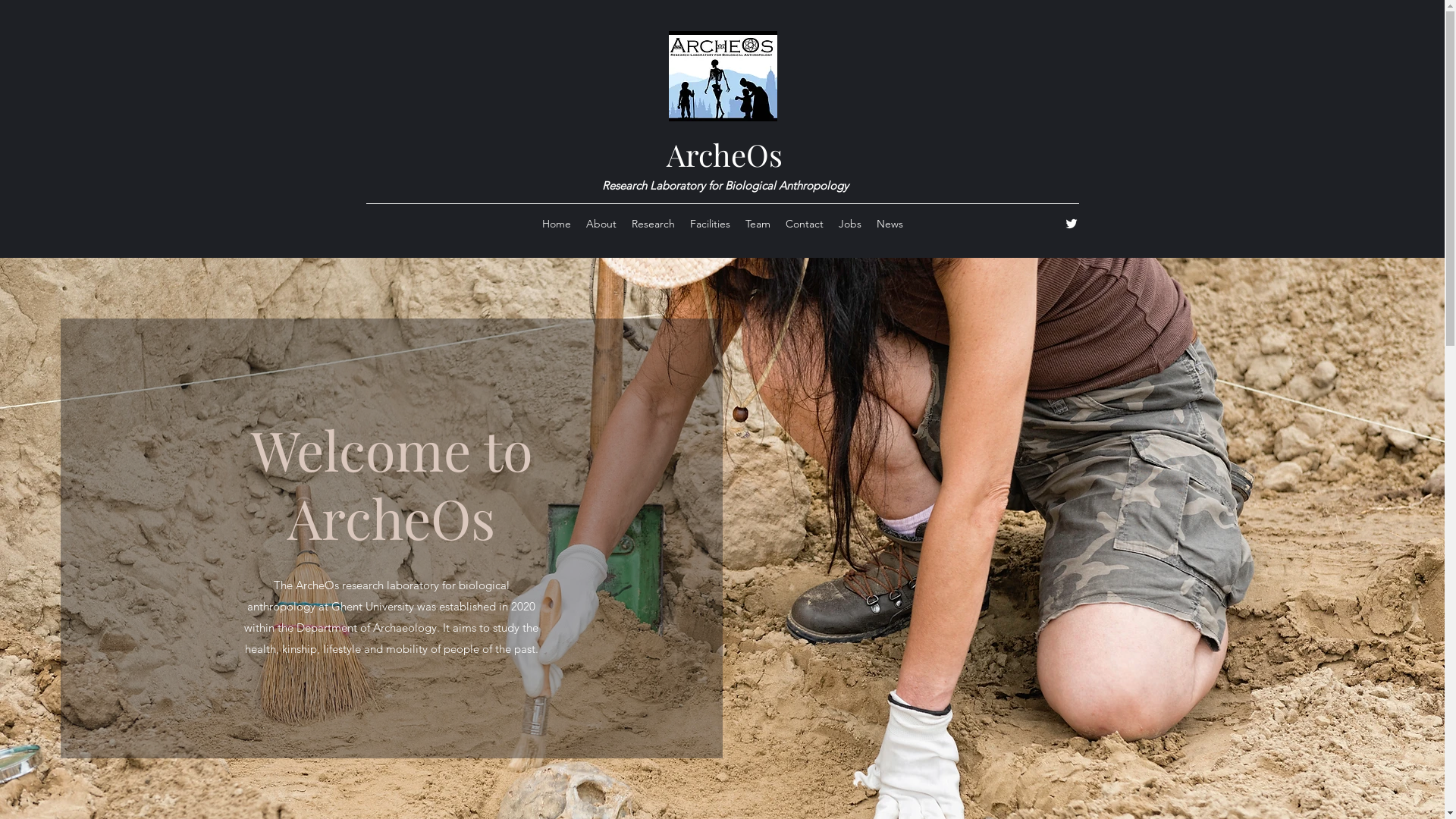  Describe the element at coordinates (830, 223) in the screenshot. I see `'Jobs'` at that location.